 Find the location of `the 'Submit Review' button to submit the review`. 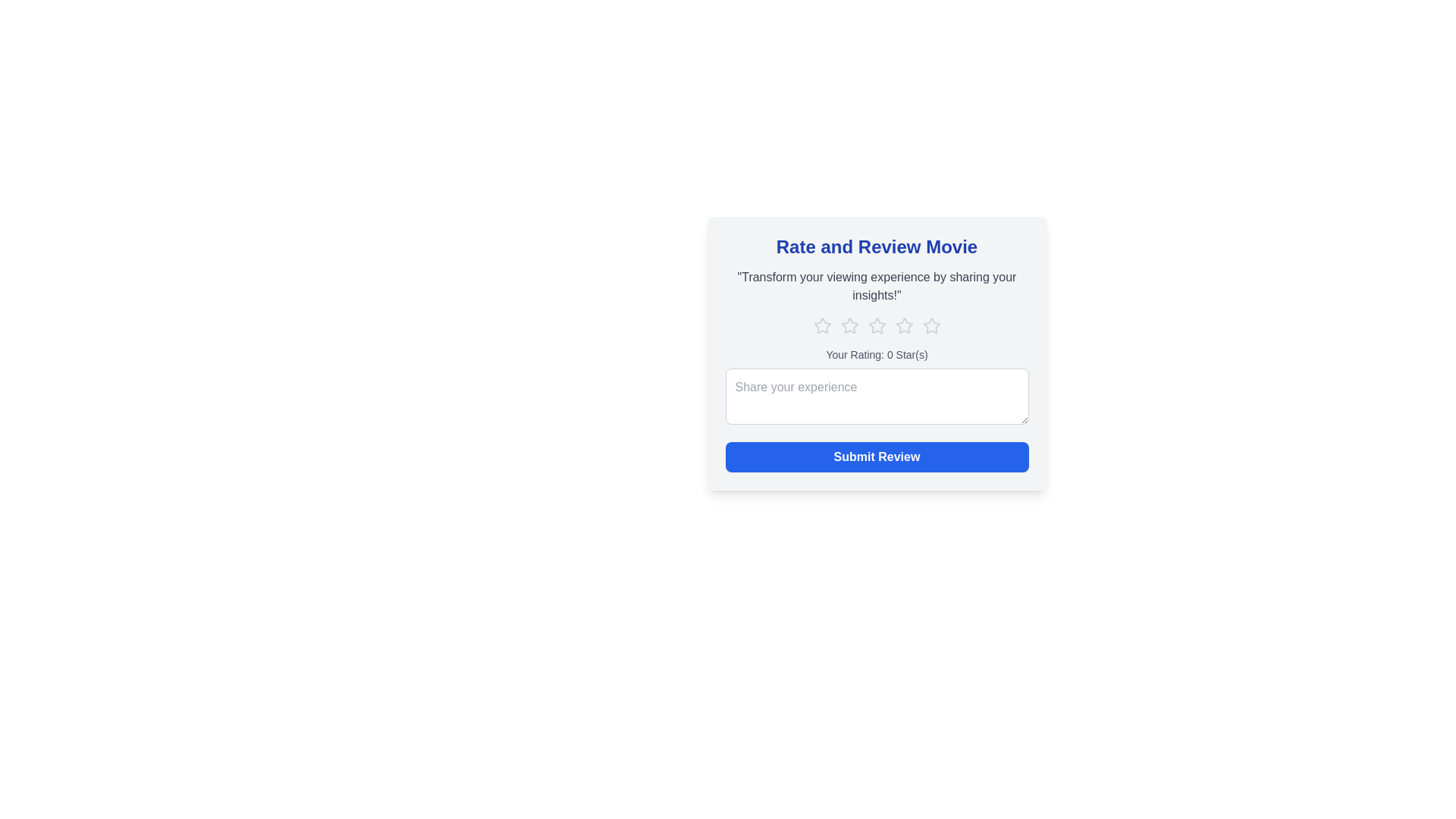

the 'Submit Review' button to submit the review is located at coordinates (877, 456).